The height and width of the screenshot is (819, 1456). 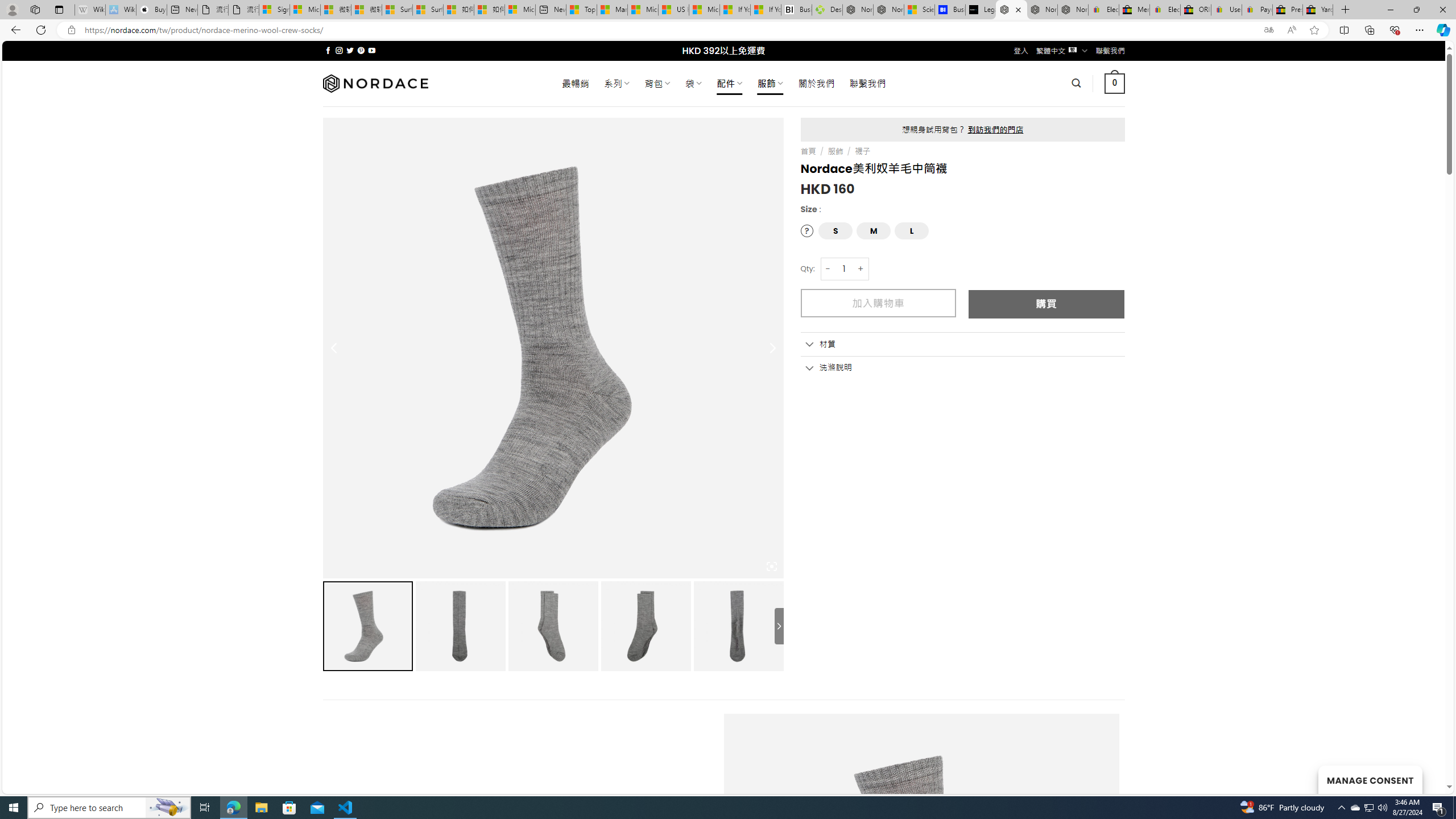 I want to click on 'Press Room - eBay Inc.', so click(x=1287, y=9).